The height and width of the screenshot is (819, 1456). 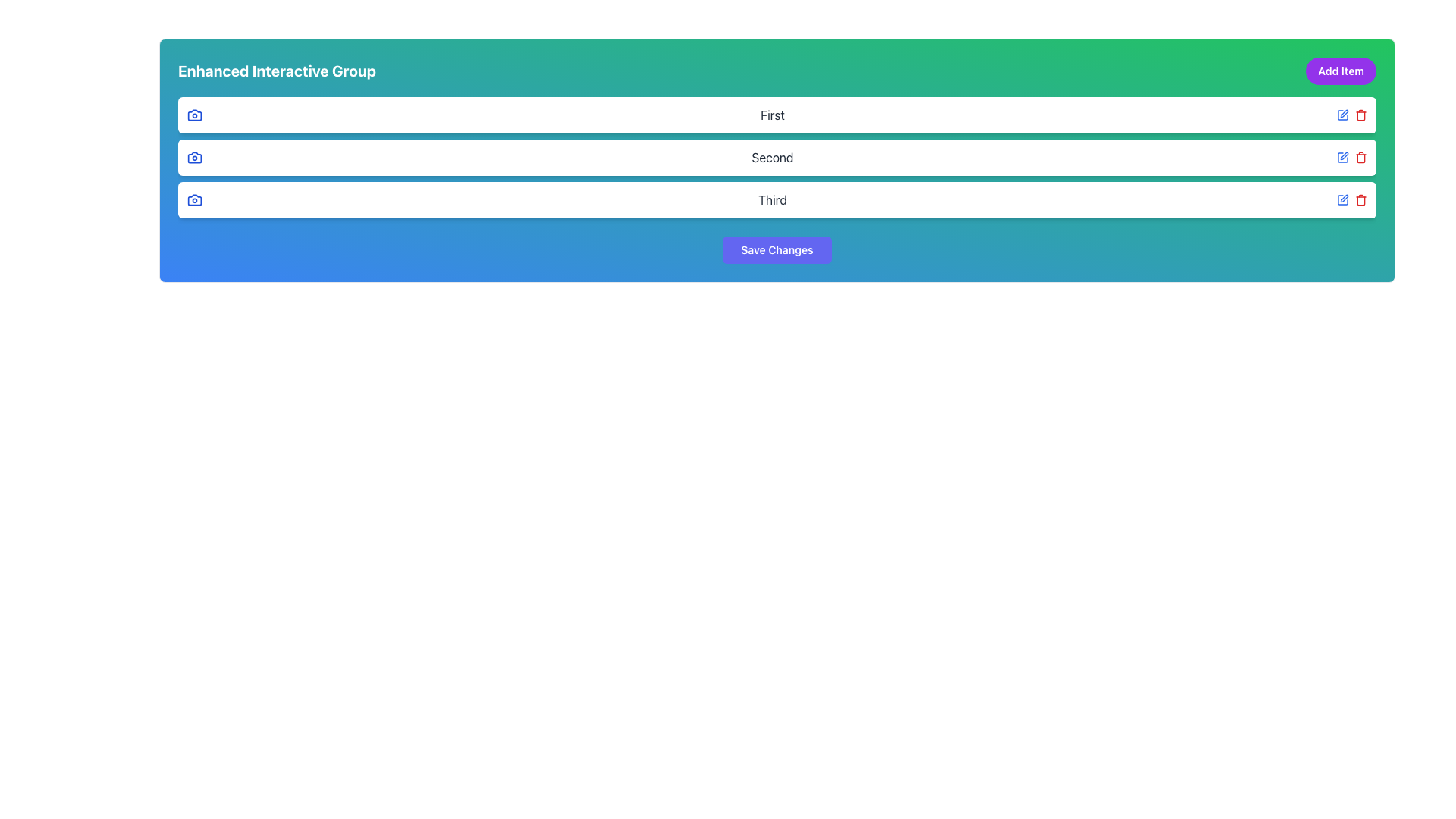 I want to click on the first list item with rounded corners and a white background, labeled 'First', so click(x=777, y=114).